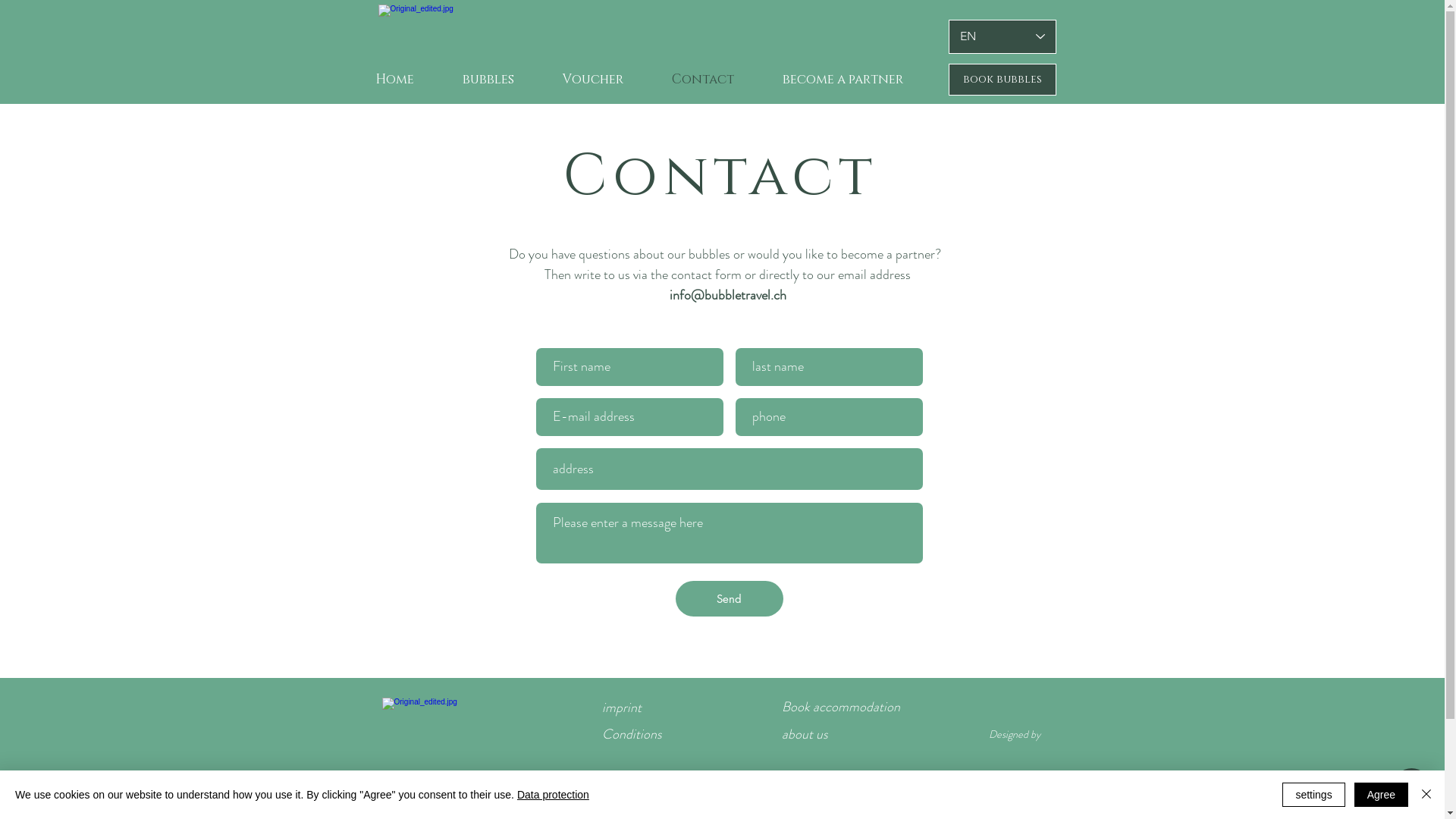 The height and width of the screenshot is (819, 1456). Describe the element at coordinates (1313, 794) in the screenshot. I see `'settings'` at that location.